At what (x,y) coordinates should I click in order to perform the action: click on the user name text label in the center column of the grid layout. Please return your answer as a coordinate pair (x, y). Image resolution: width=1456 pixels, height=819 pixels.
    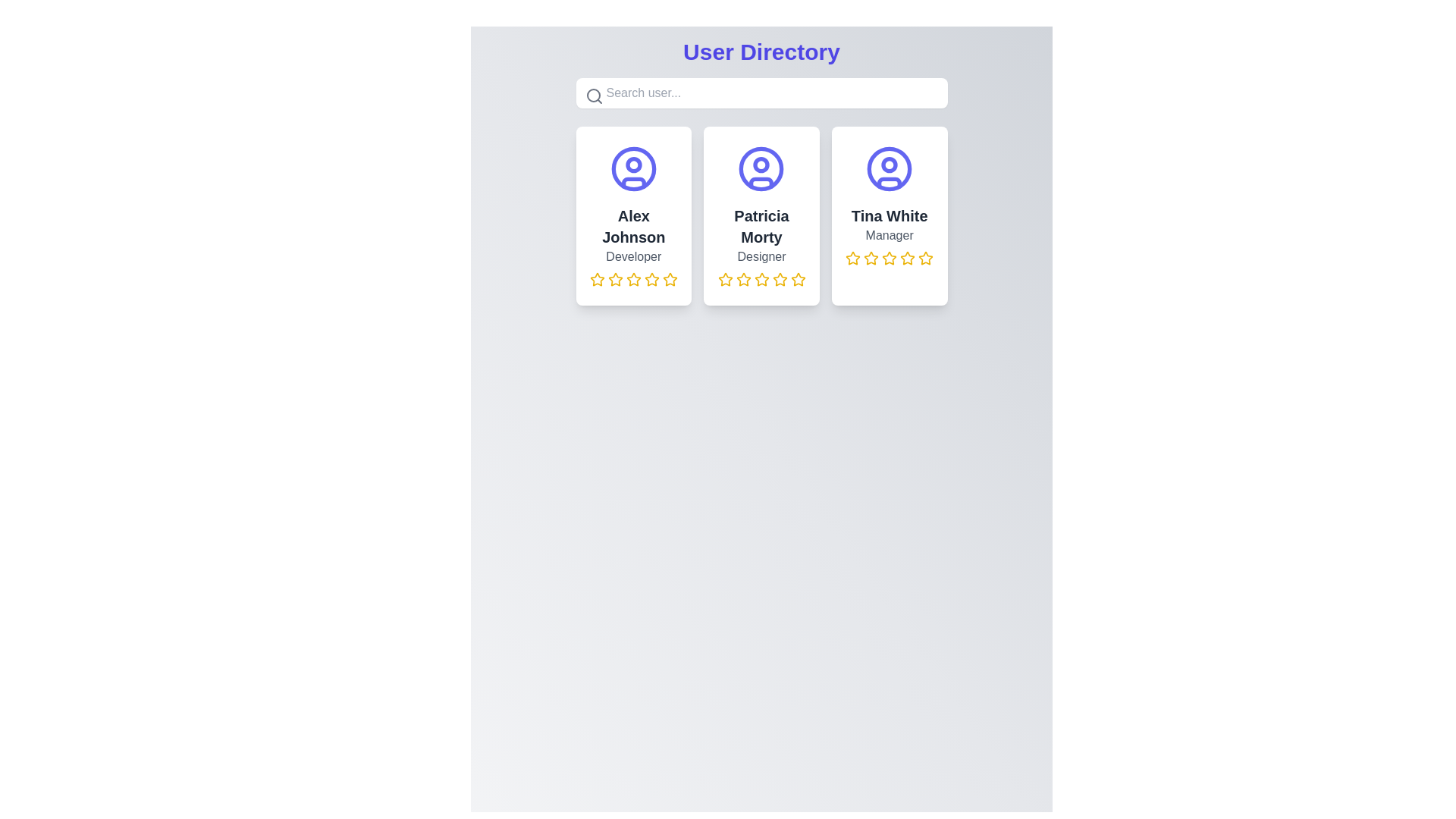
    Looking at the image, I should click on (761, 227).